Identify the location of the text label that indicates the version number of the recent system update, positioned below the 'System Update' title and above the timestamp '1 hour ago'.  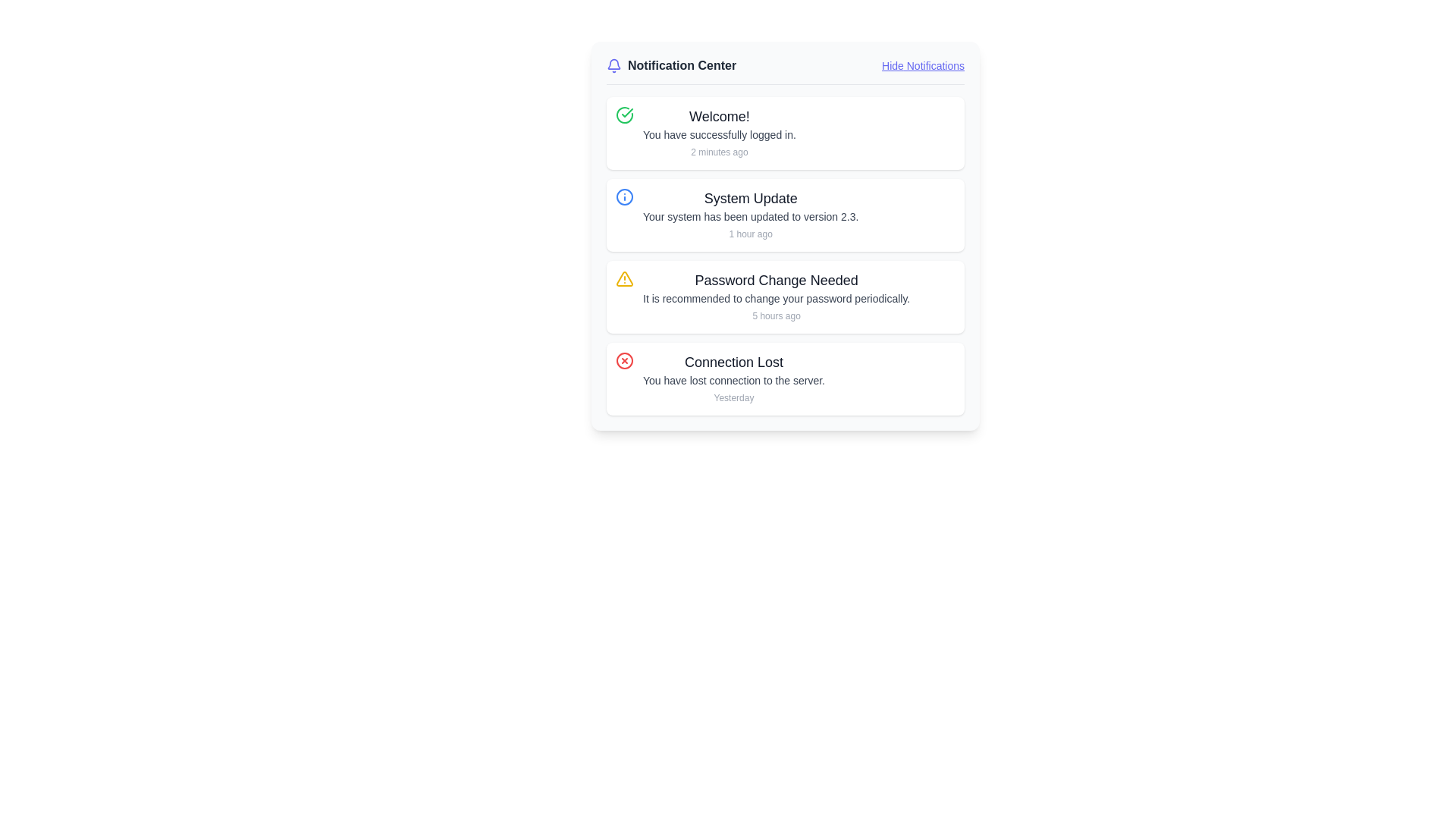
(751, 216).